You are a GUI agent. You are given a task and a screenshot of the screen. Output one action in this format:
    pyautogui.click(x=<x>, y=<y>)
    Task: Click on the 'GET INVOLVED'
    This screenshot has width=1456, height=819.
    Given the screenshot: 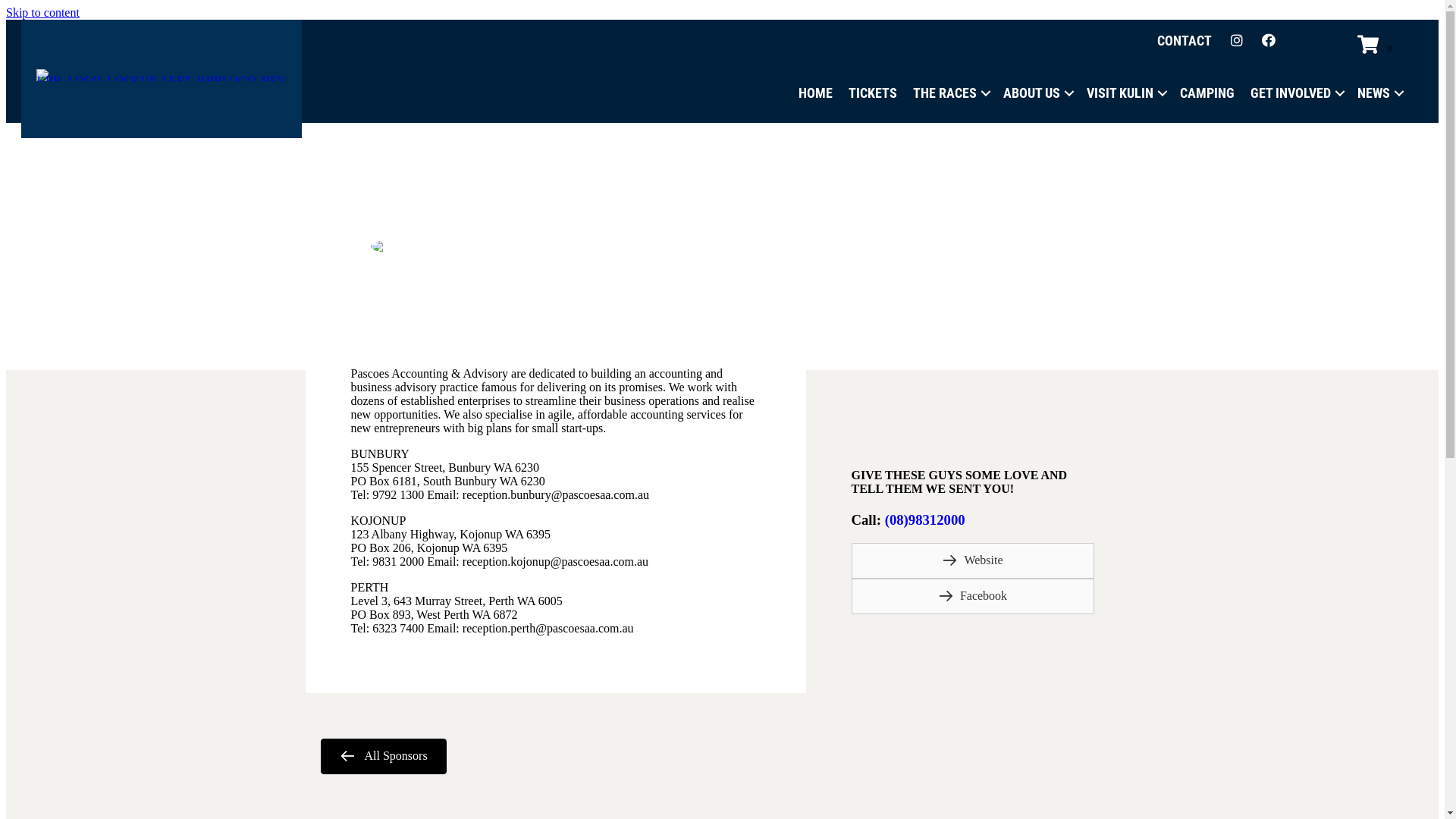 What is the action you would take?
    pyautogui.click(x=1294, y=93)
    